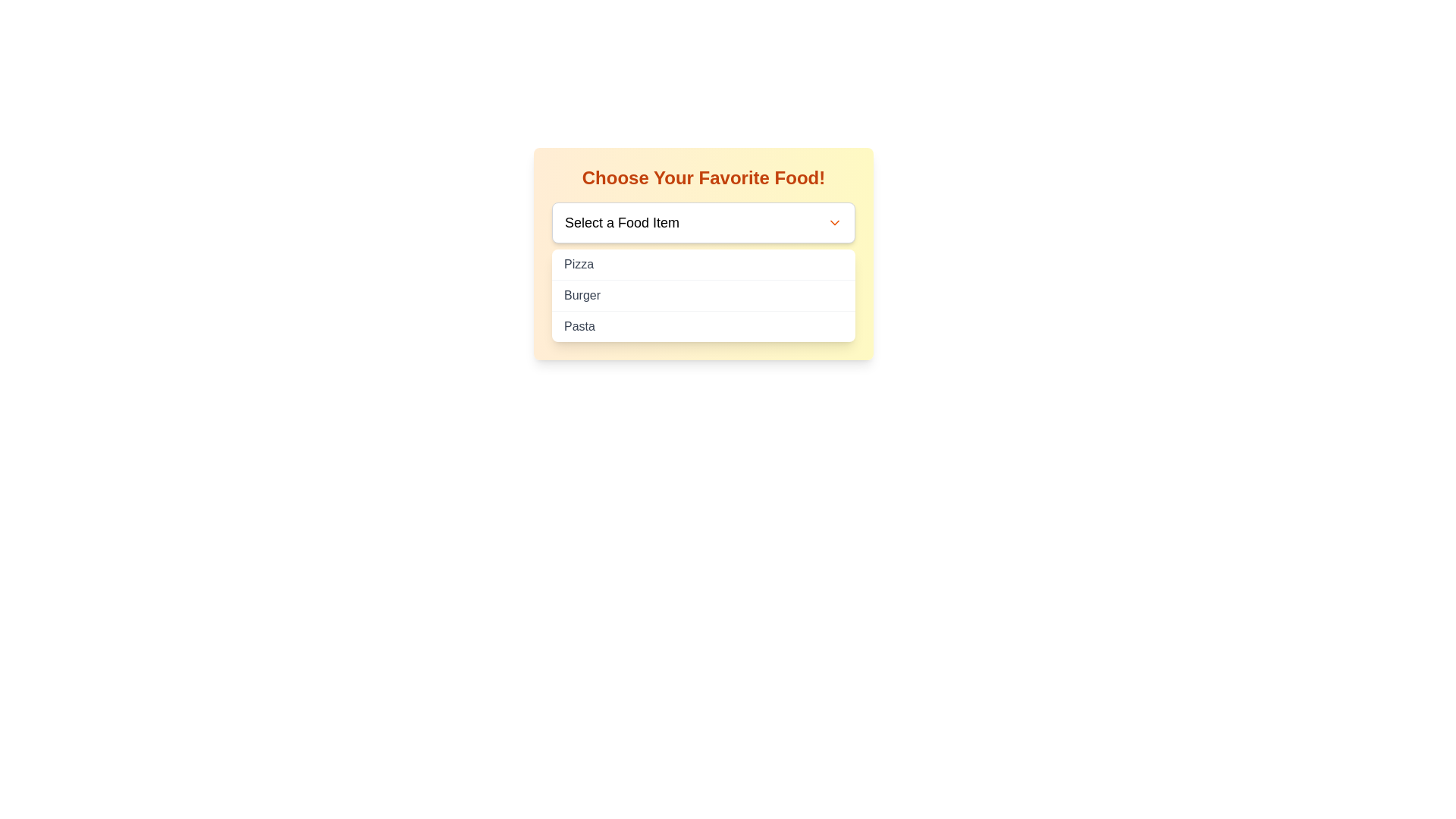 The width and height of the screenshot is (1456, 819). Describe the element at coordinates (622, 222) in the screenshot. I see `the text label within the dropdown menu that indicates the purpose of the food item selector` at that location.